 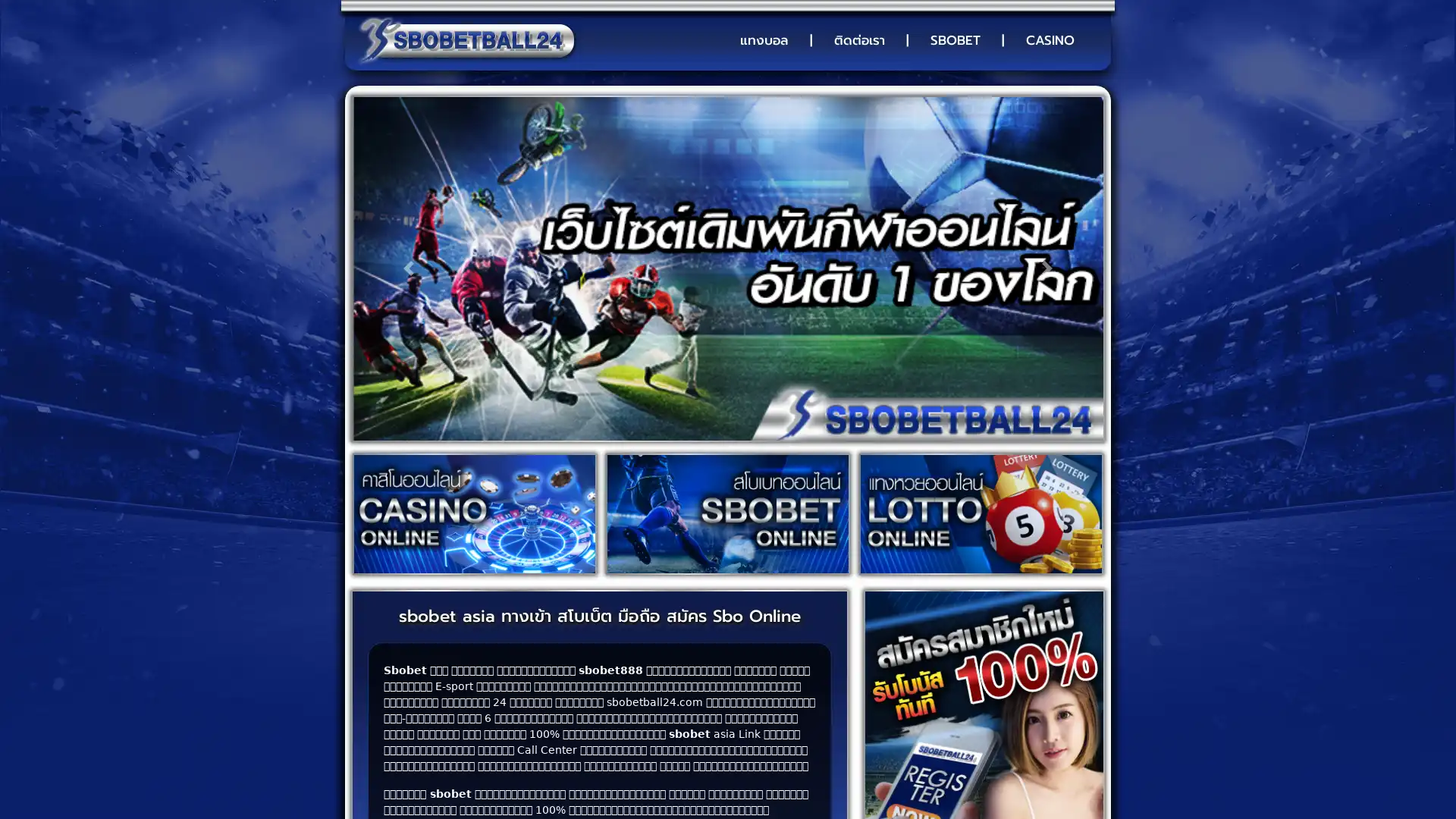 I want to click on Previous, so click(x=408, y=268).